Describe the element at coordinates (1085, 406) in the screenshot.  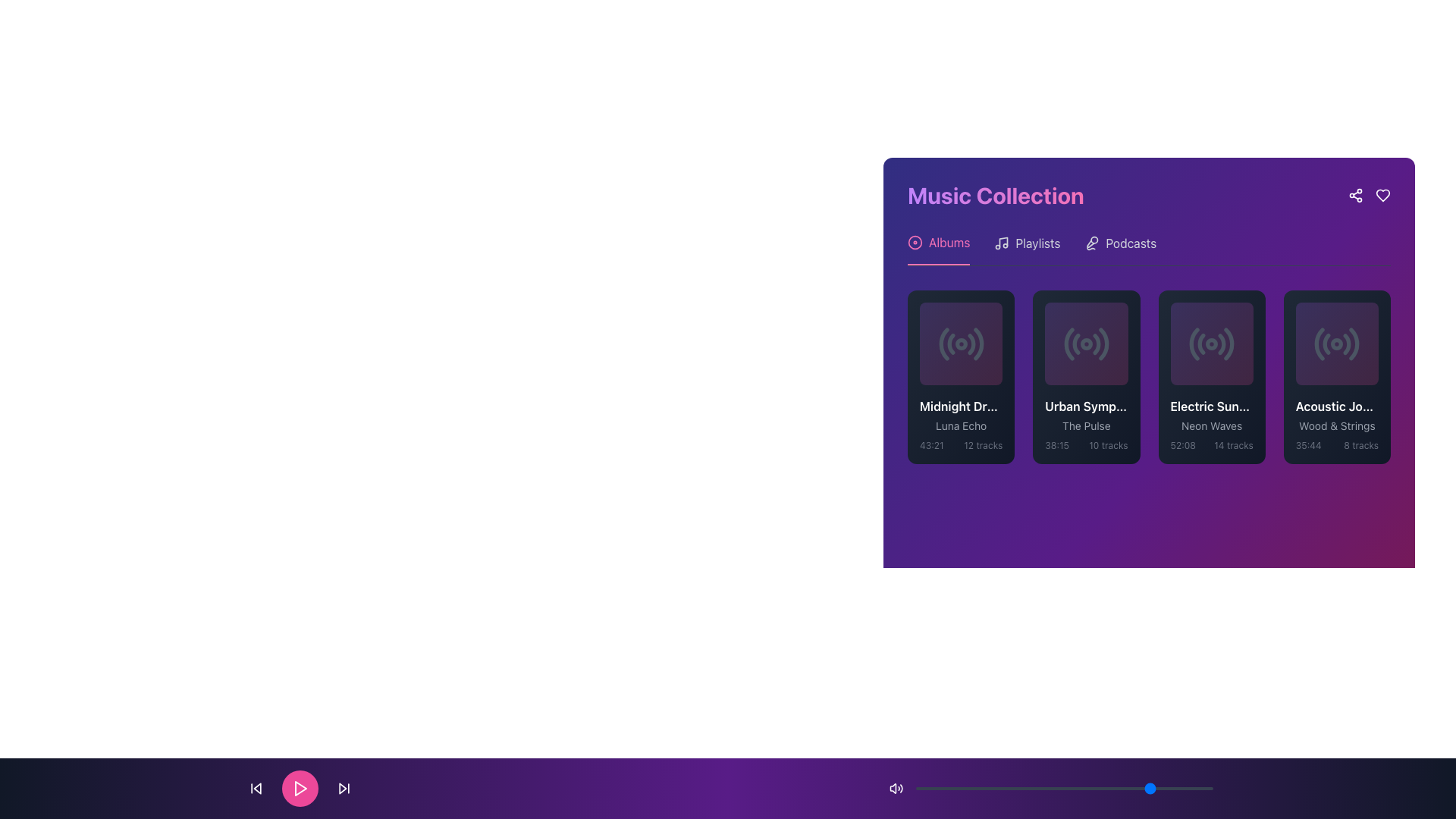
I see `text label displaying 'Urban Symphony' located in the second card of the 'Music Collection' section, situated below an icon and above the text 'The Pulse'` at that location.